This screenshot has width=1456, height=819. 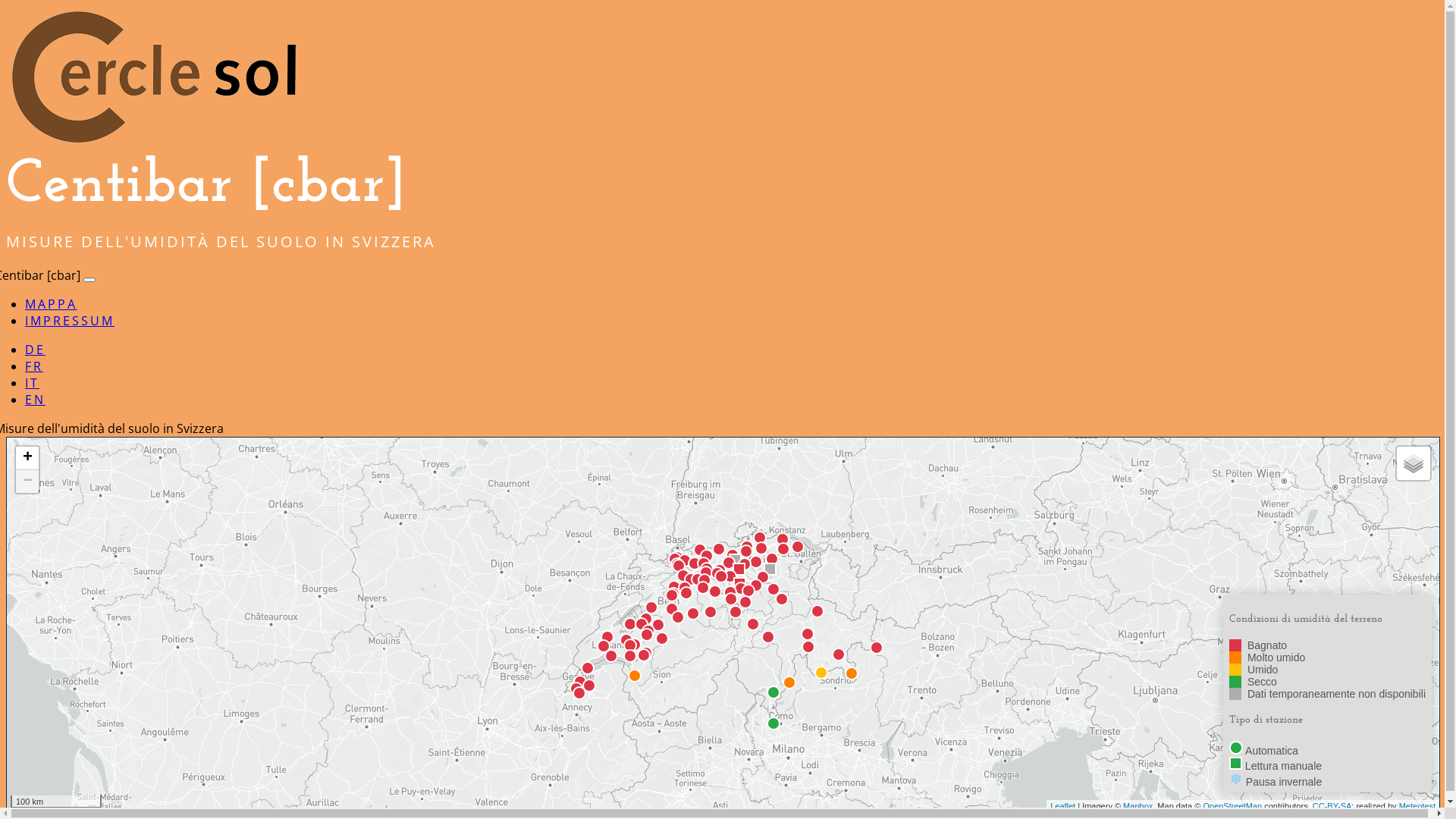 I want to click on 'EN', so click(x=35, y=399).